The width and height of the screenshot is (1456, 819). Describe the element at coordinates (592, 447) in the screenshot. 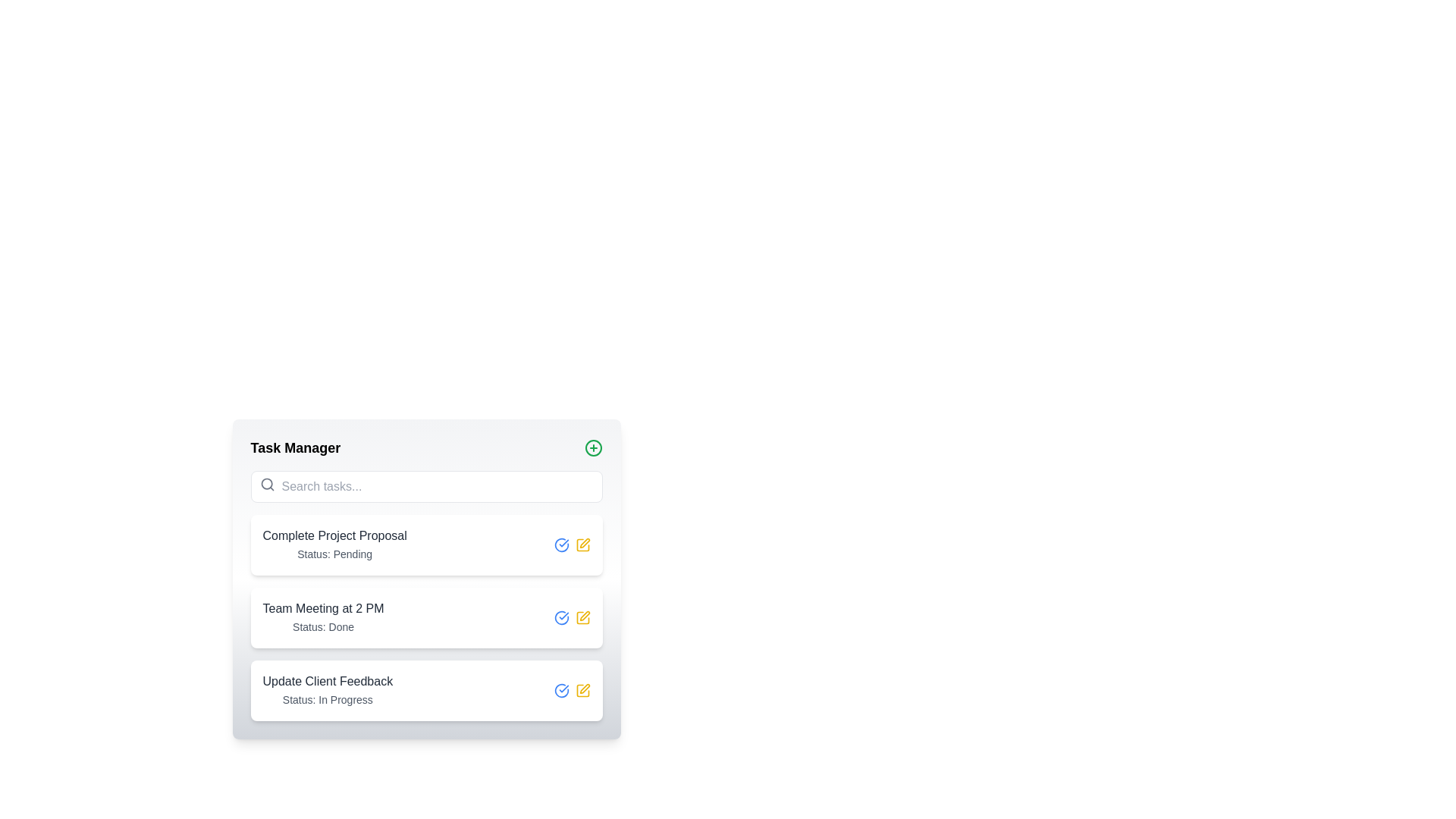

I see `the hollow outline of the green-stroked SVG Circle that forms the outer boundary of the plus icon located in the upper-right corner of the 'Task Manager' card` at that location.